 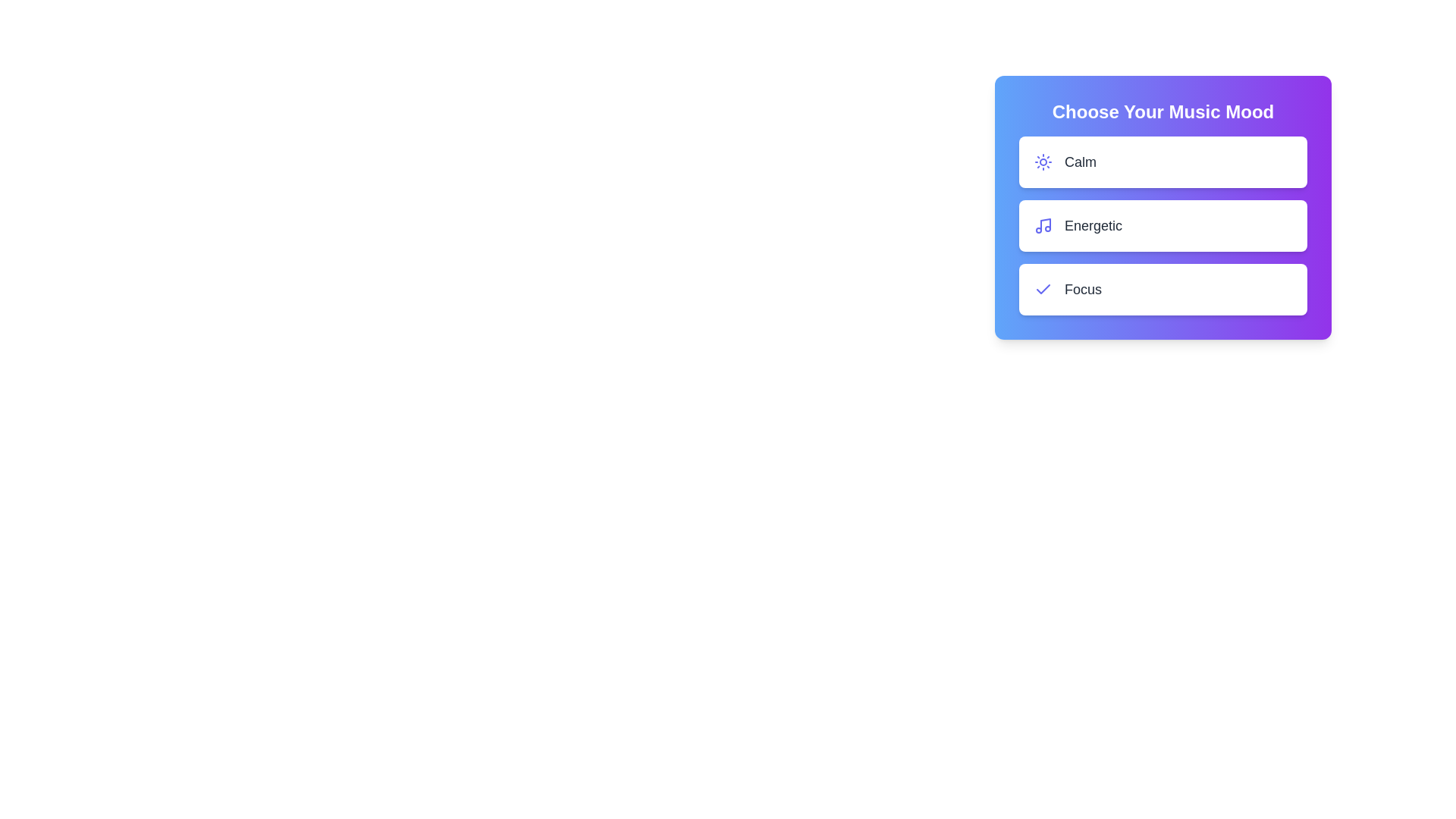 I want to click on the 'Energetic' selectable card, so click(x=1163, y=225).